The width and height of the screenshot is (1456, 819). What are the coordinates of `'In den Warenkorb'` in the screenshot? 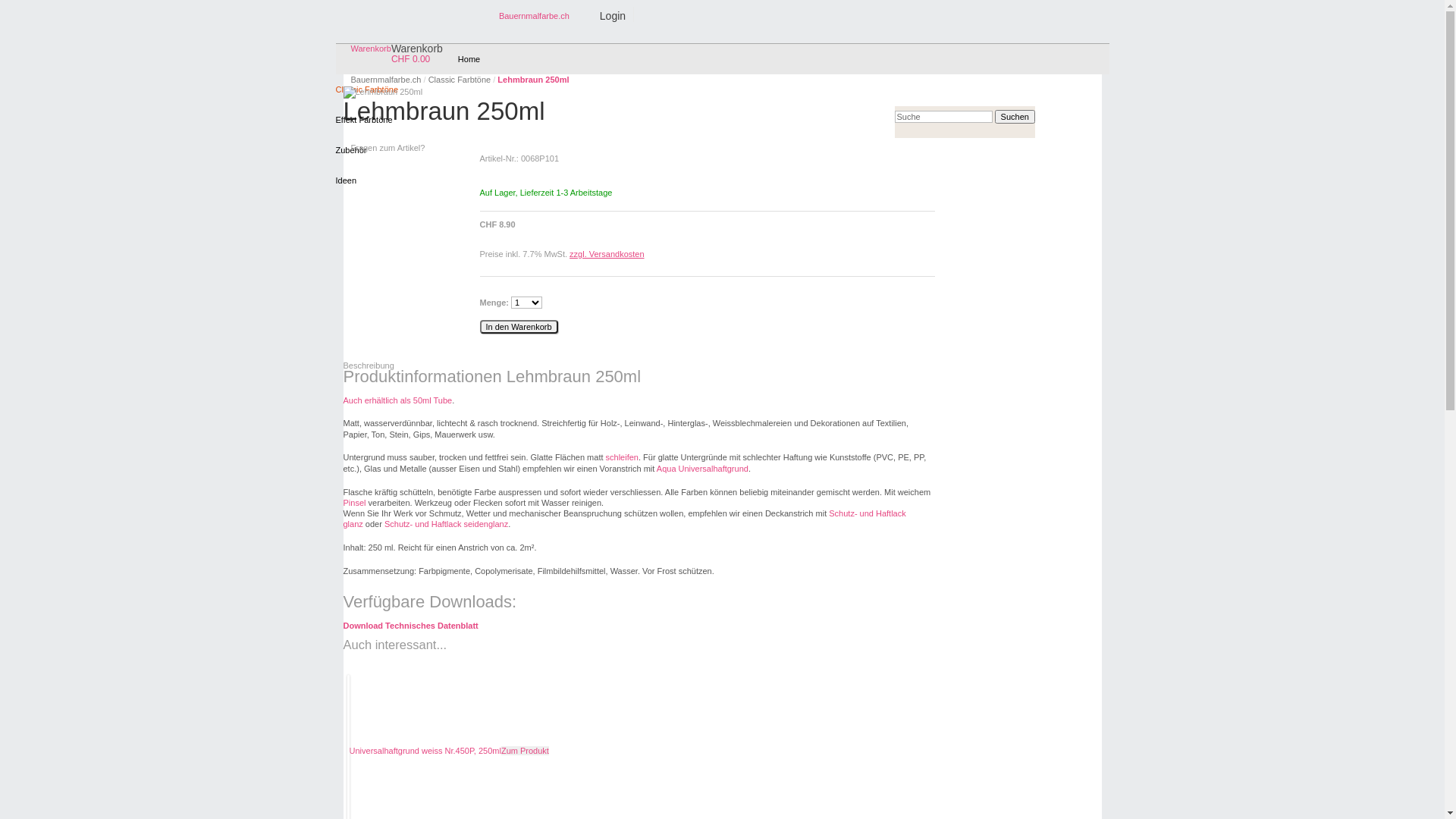 It's located at (518, 326).